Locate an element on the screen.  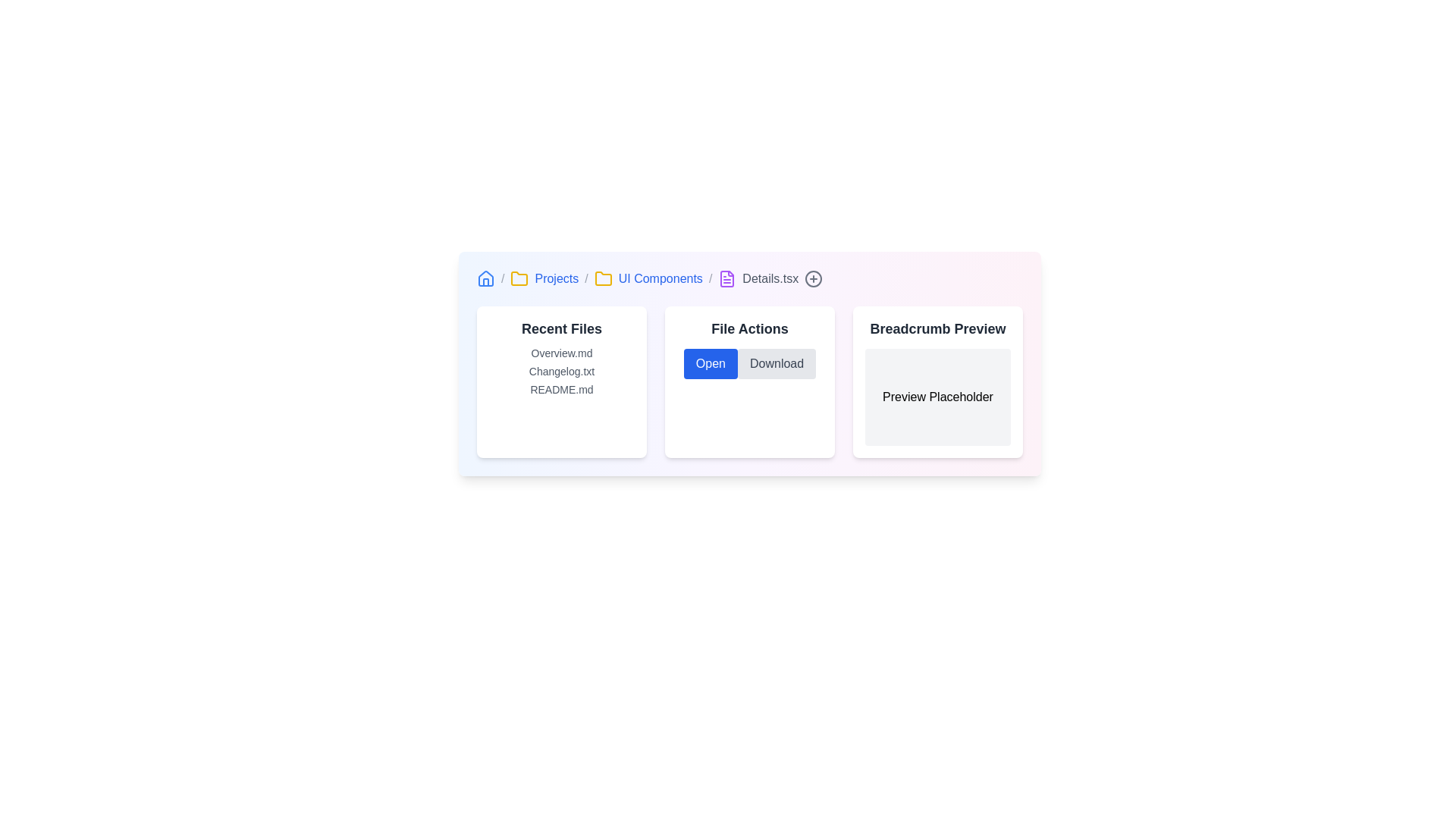
the hyperlink styled text reading 'UI Components' in the breadcrumb navigation bar to potentially see additional information such as a tooltip is located at coordinates (661, 278).